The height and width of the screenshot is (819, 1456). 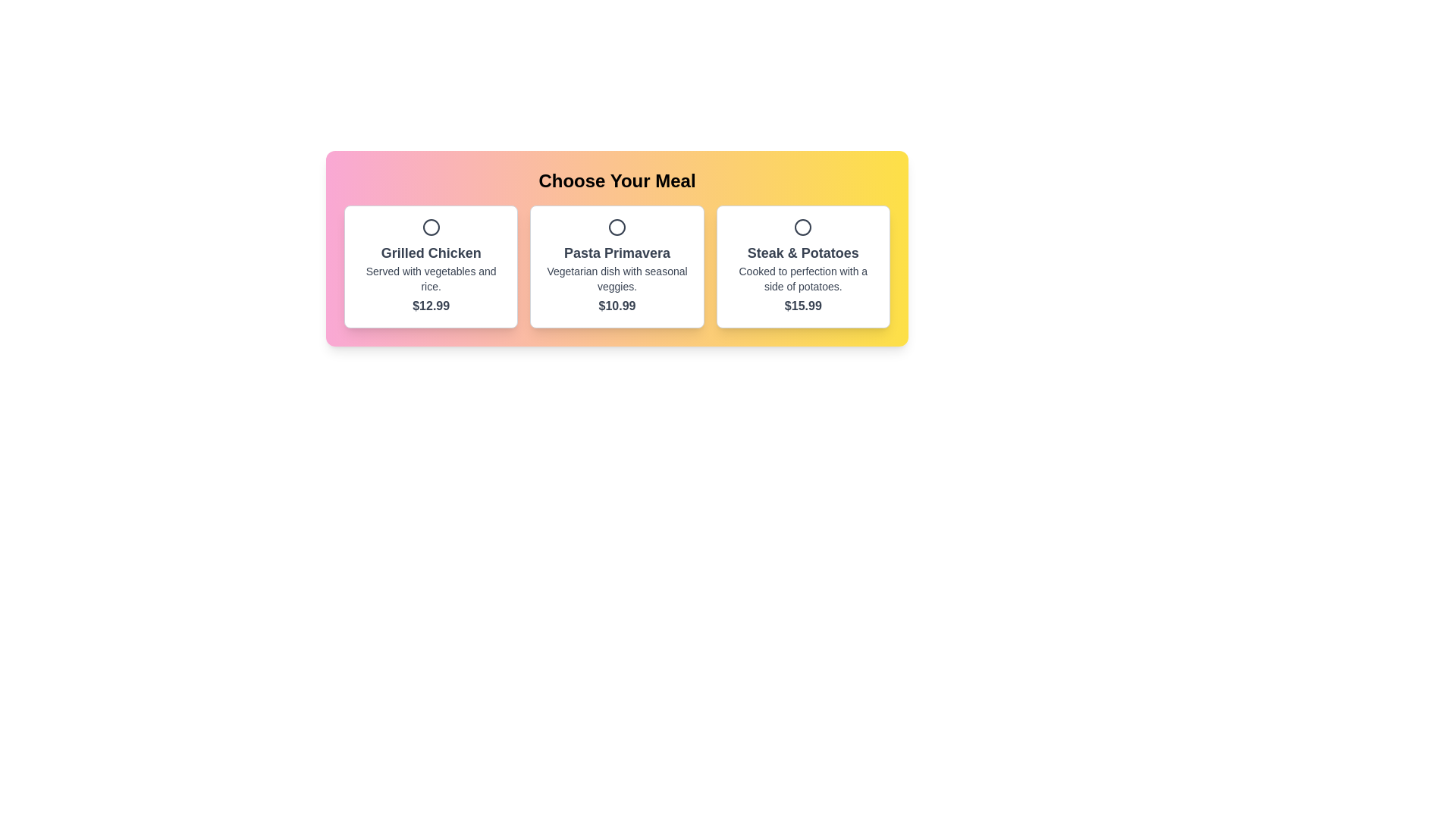 I want to click on the SVG graphical icon (circle) representing the selectable option for 'Pasta Primavera', so click(x=617, y=227).